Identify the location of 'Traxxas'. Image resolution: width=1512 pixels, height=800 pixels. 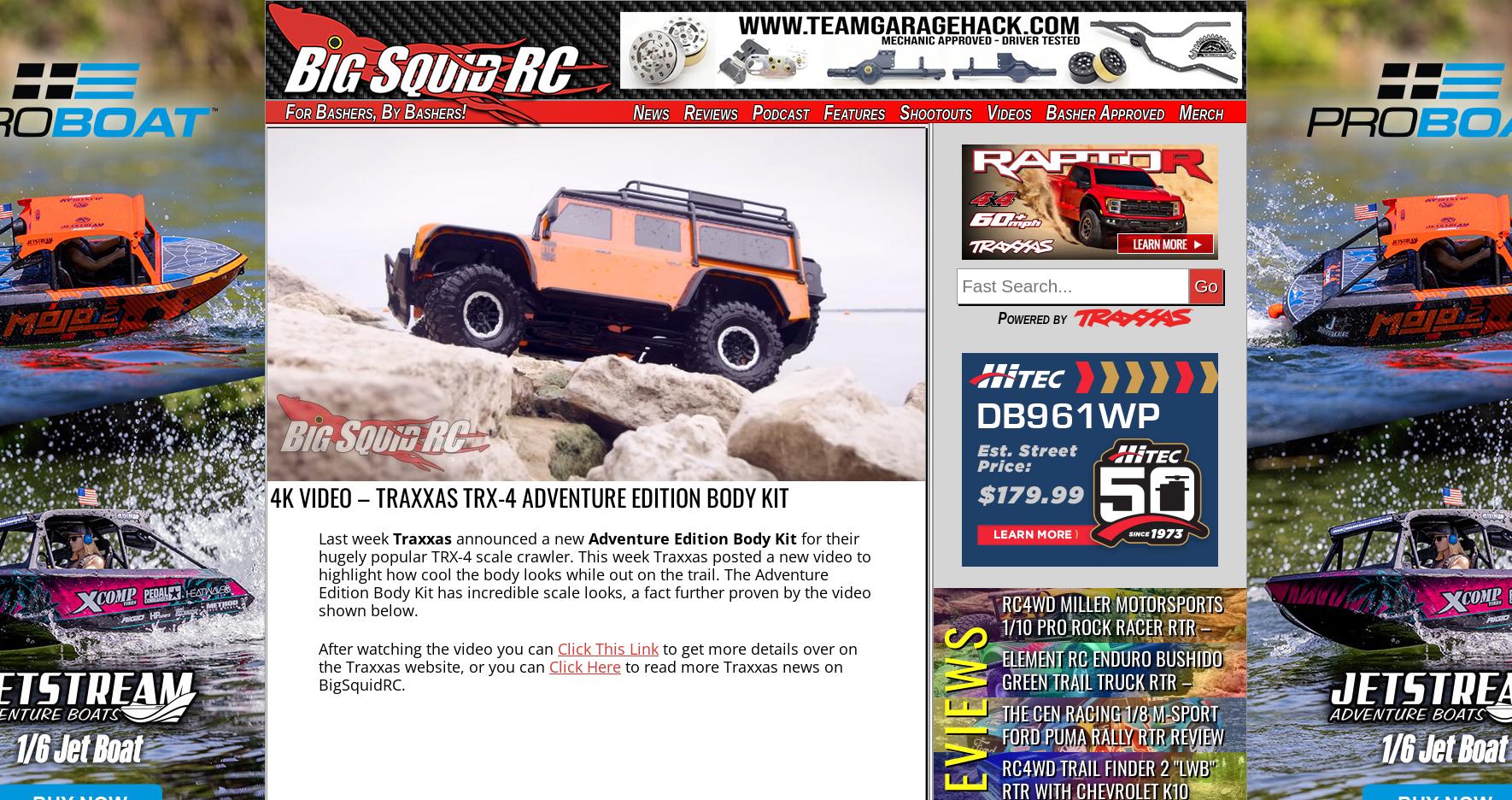
(422, 536).